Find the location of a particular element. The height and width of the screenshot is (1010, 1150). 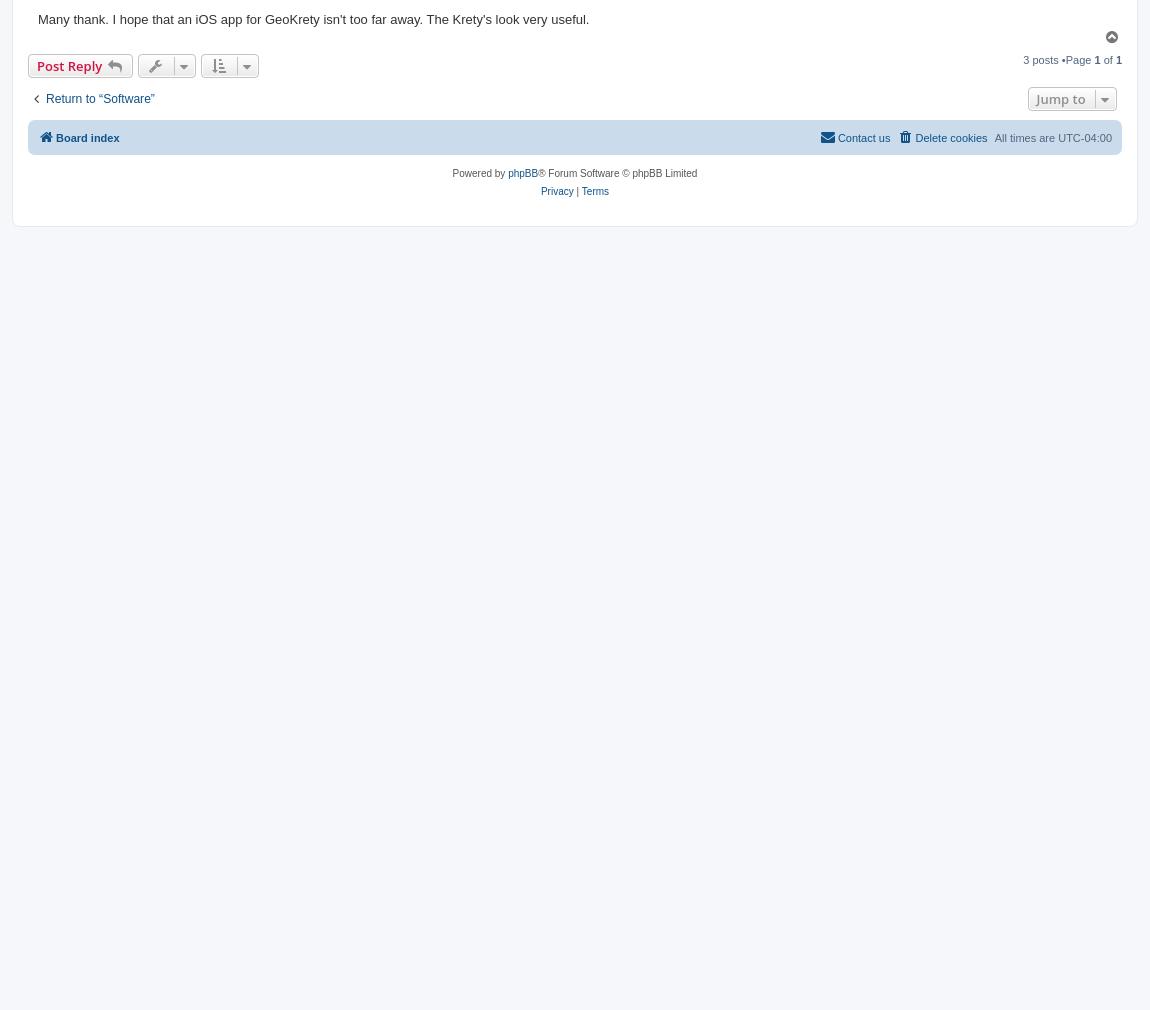

'|' is located at coordinates (575, 190).